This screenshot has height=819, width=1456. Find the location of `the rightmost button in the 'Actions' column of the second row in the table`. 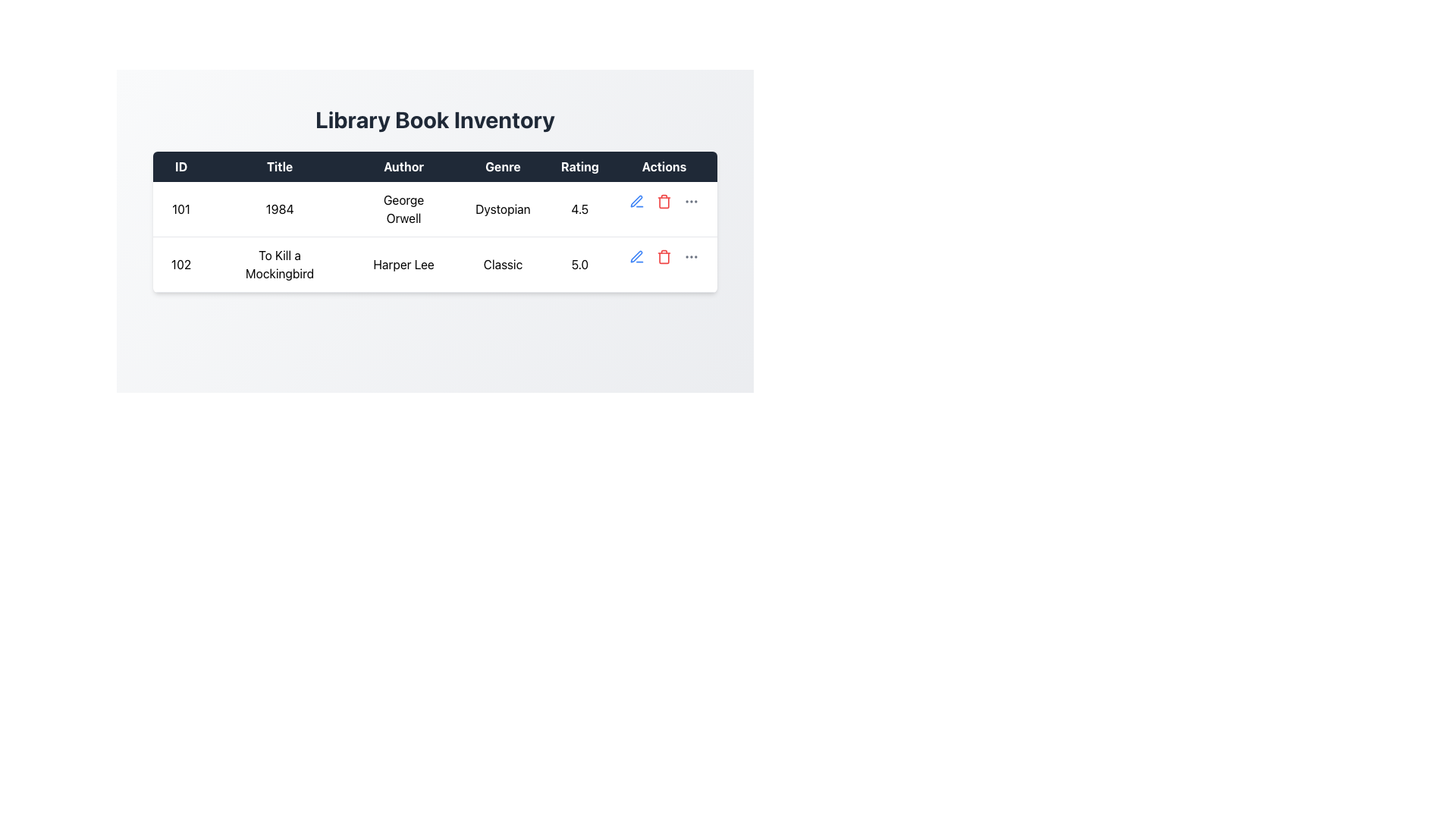

the rightmost button in the 'Actions' column of the second row in the table is located at coordinates (691, 254).